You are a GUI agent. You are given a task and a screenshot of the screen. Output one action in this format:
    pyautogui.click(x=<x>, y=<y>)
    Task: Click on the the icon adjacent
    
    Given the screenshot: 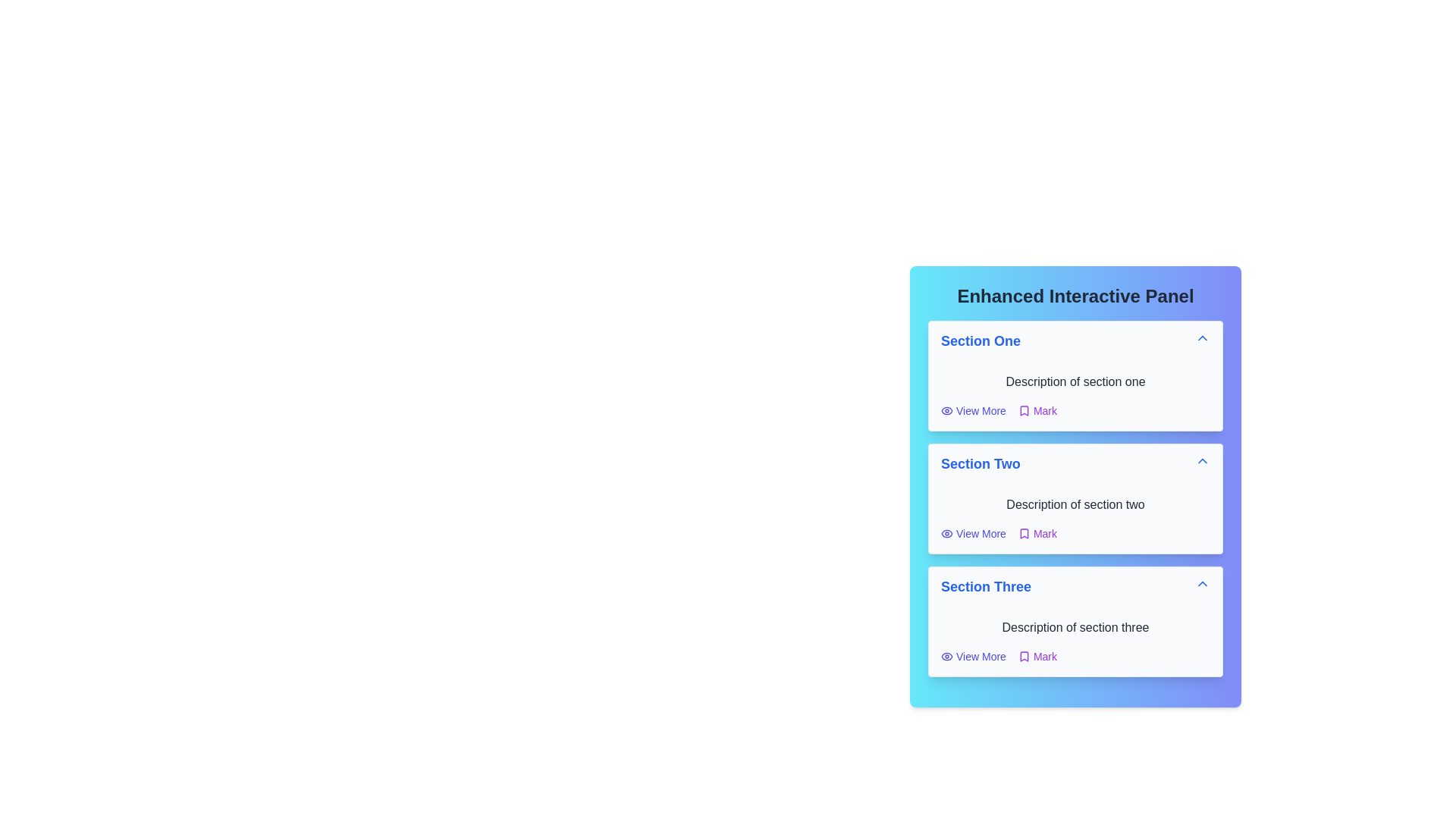 What is the action you would take?
    pyautogui.click(x=1024, y=411)
    